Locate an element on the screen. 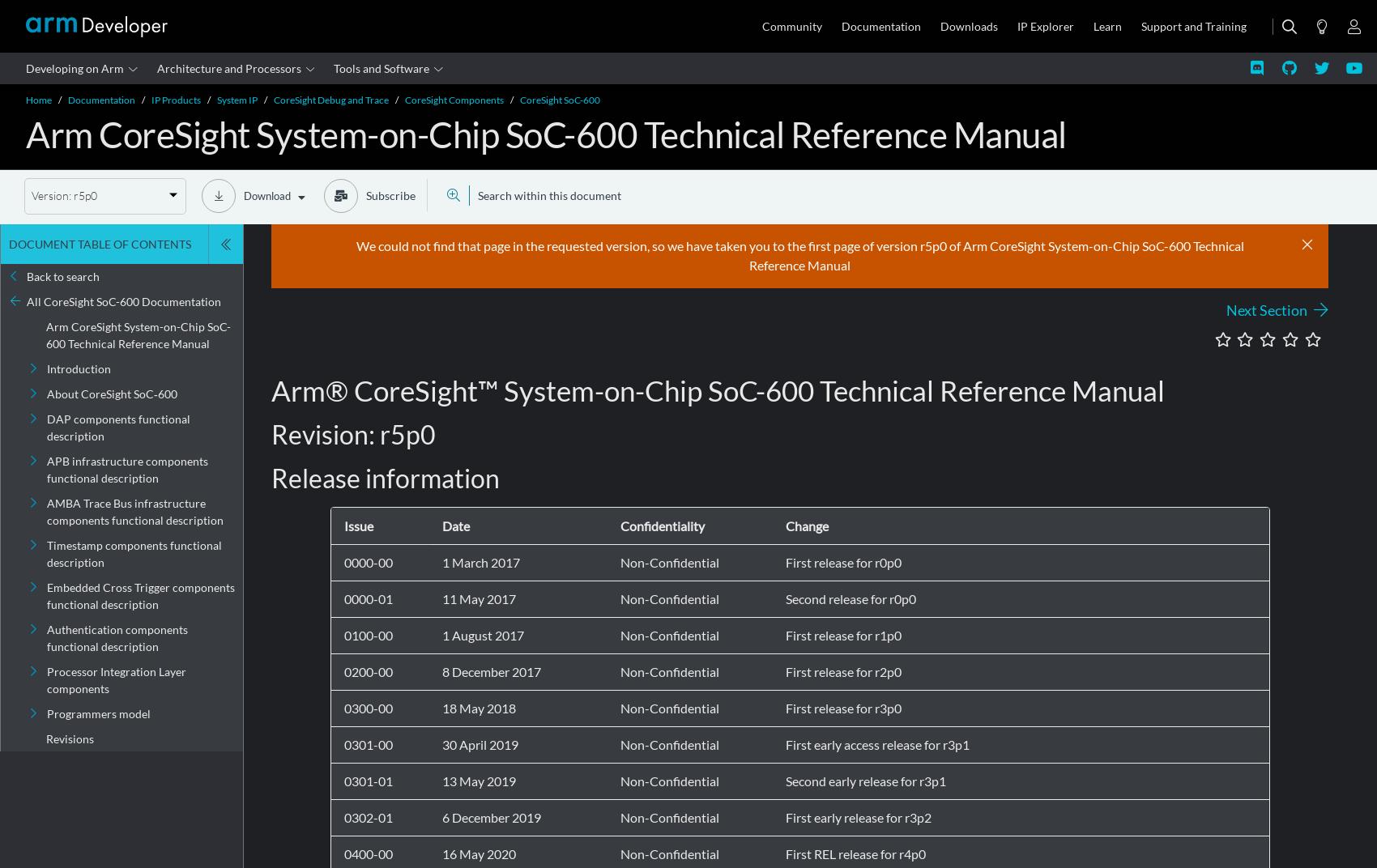 The width and height of the screenshot is (1377, 868). 'First early access release for r3p1' is located at coordinates (876, 744).